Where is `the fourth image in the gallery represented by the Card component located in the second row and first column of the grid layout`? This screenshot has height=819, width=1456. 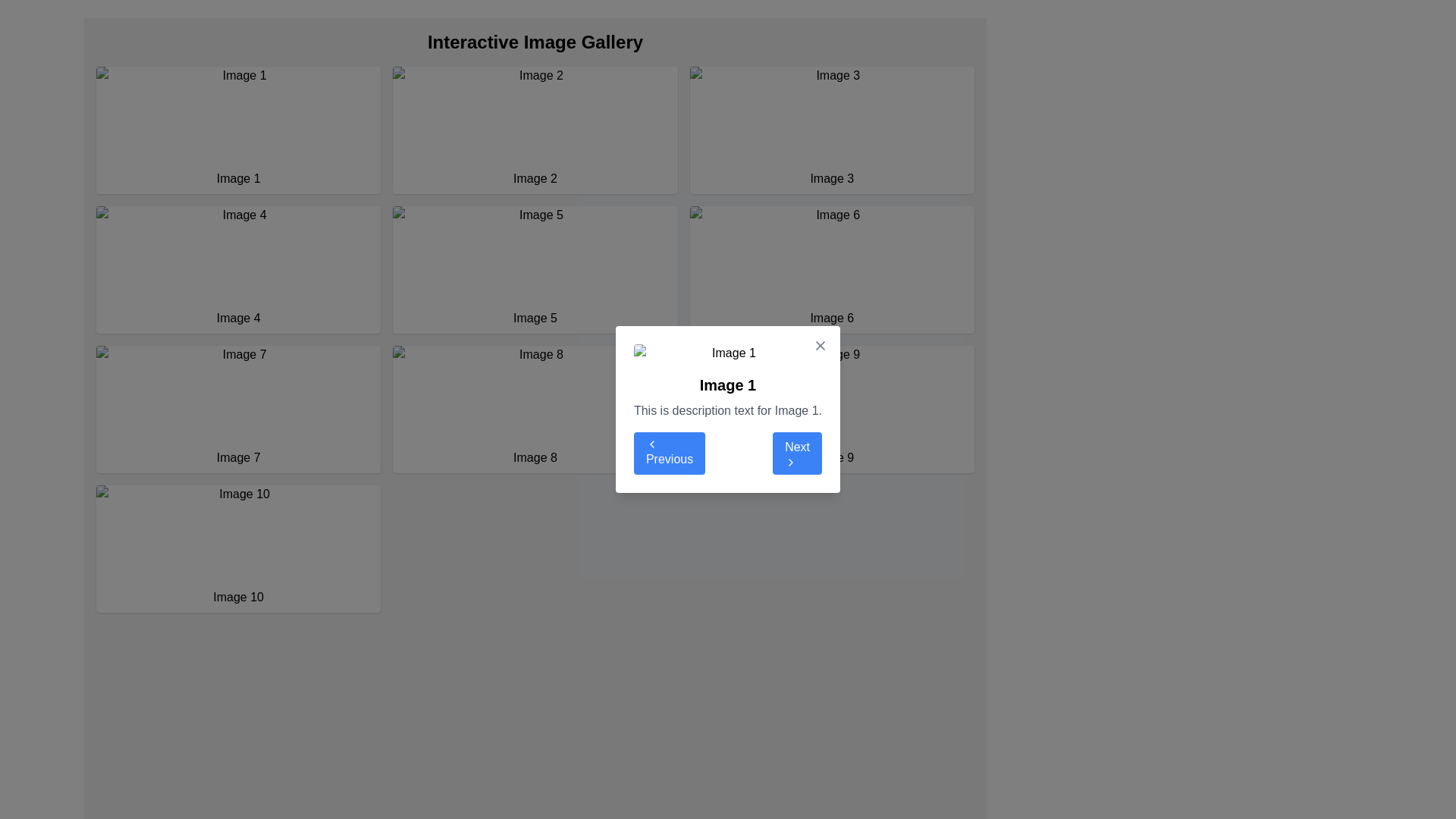 the fourth image in the gallery represented by the Card component located in the second row and first column of the grid layout is located at coordinates (237, 268).